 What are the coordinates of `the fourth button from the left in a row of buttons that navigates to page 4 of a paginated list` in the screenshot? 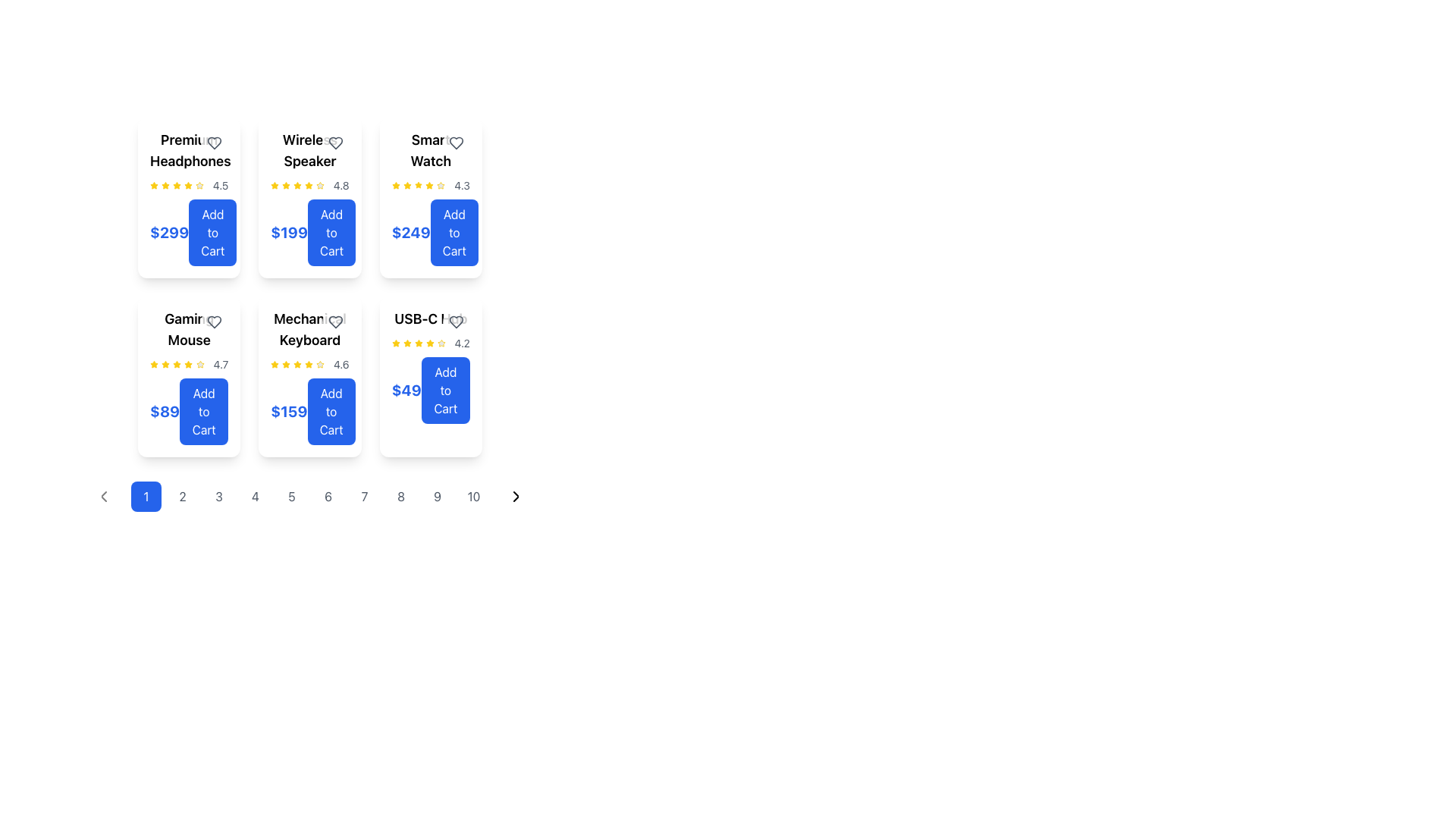 It's located at (255, 497).